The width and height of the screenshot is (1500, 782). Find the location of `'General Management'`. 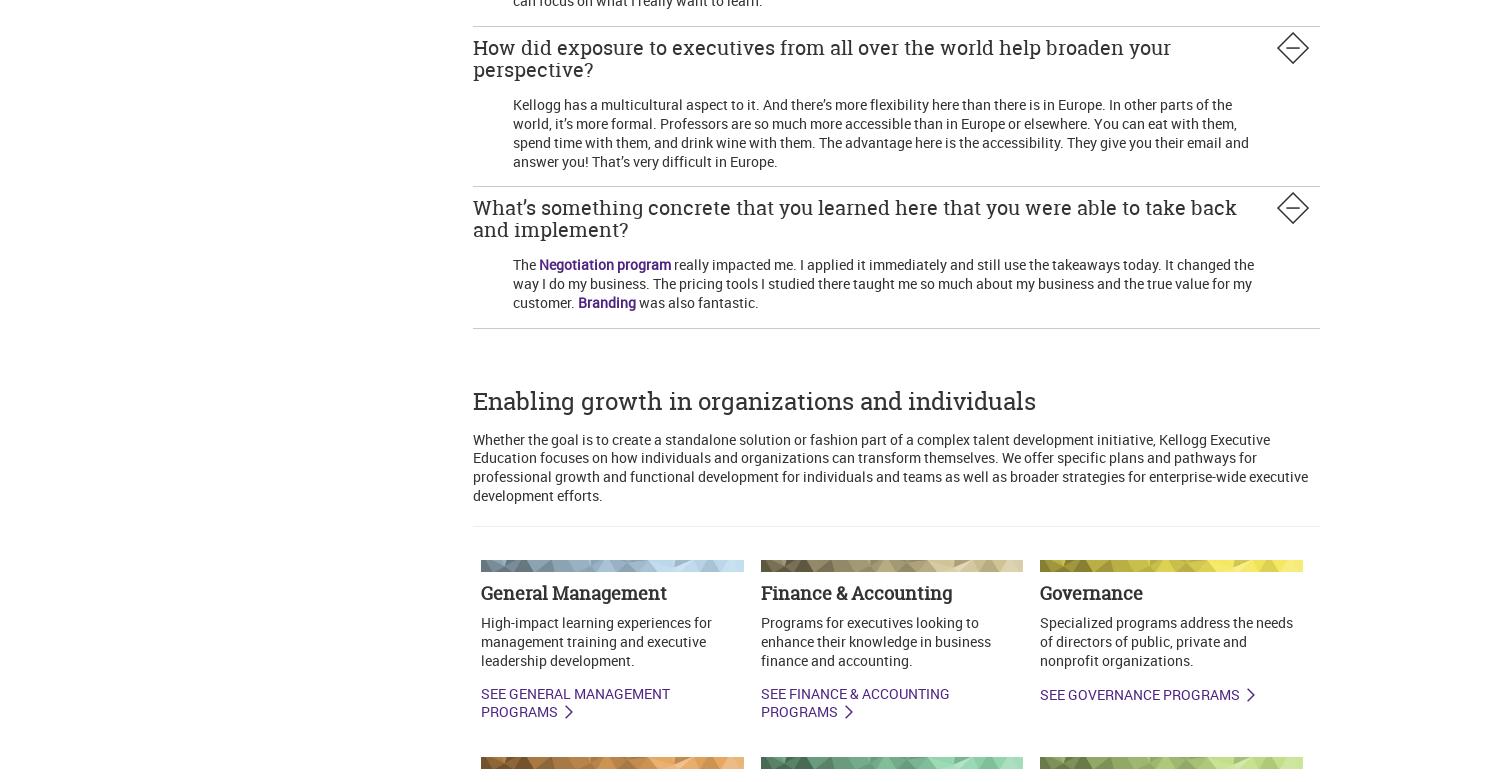

'General Management' is located at coordinates (572, 592).